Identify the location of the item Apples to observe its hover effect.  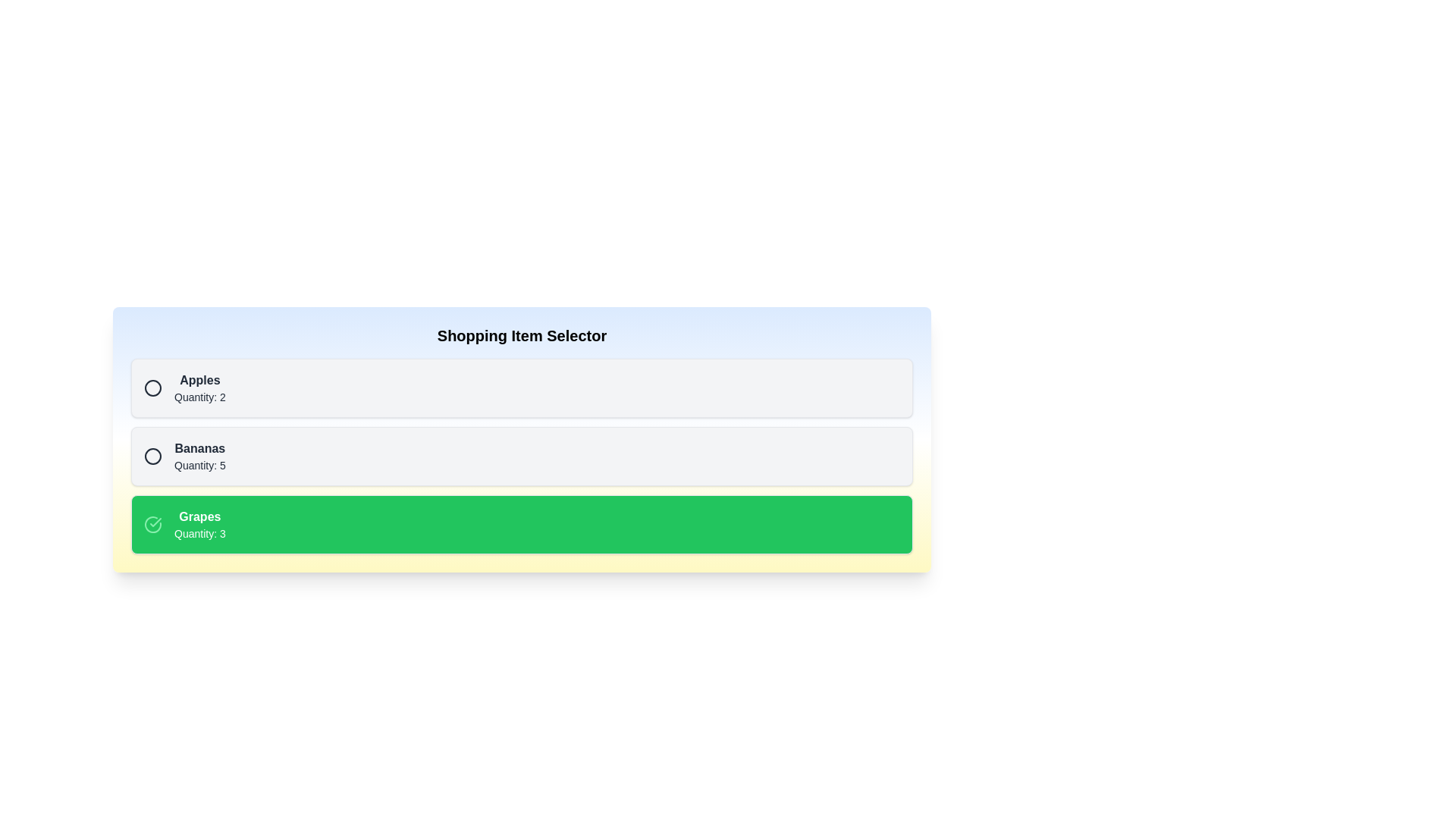
(522, 388).